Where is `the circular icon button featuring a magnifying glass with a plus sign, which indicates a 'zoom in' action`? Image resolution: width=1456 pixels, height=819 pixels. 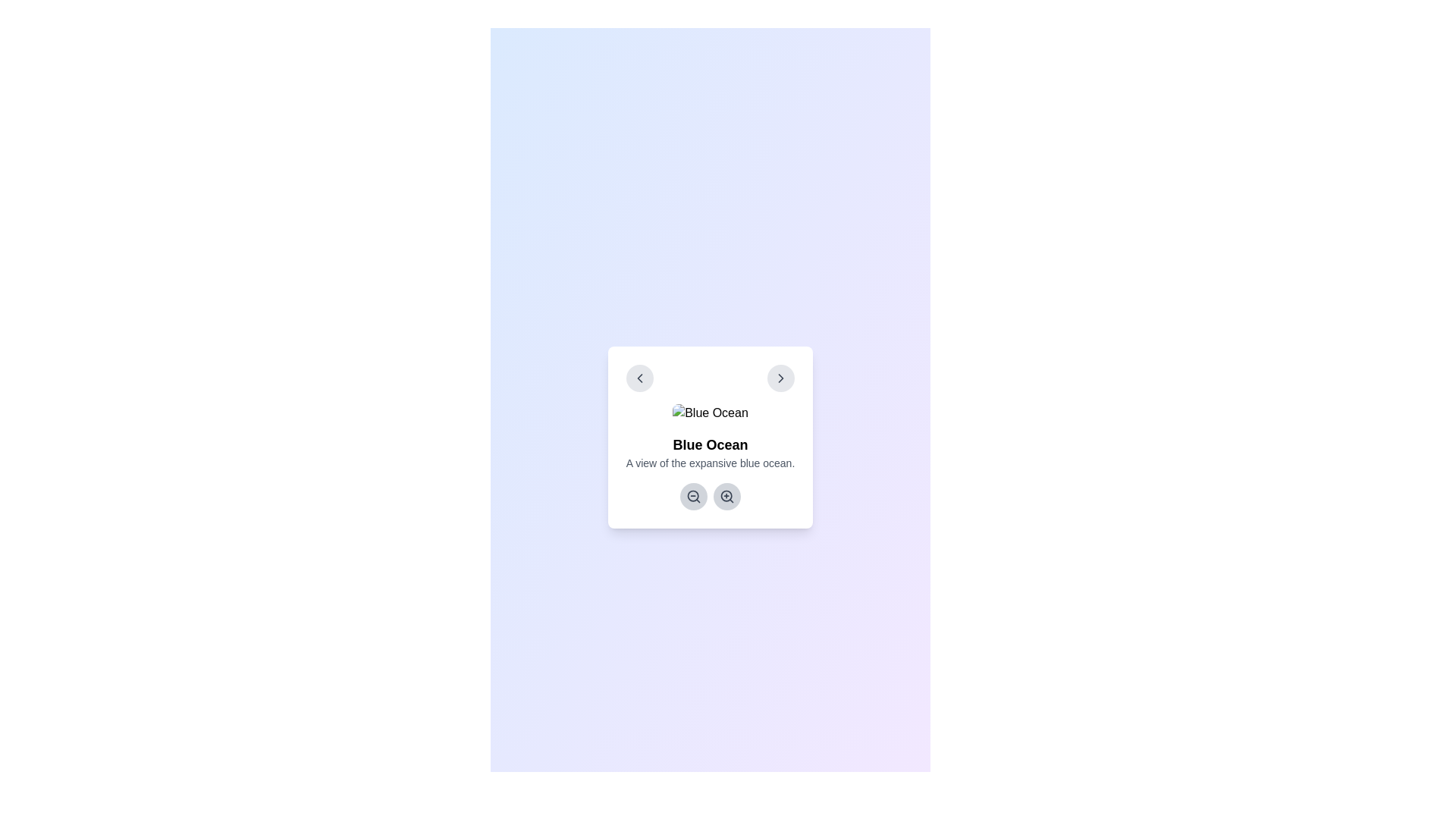 the circular icon button featuring a magnifying glass with a plus sign, which indicates a 'zoom in' action is located at coordinates (726, 497).